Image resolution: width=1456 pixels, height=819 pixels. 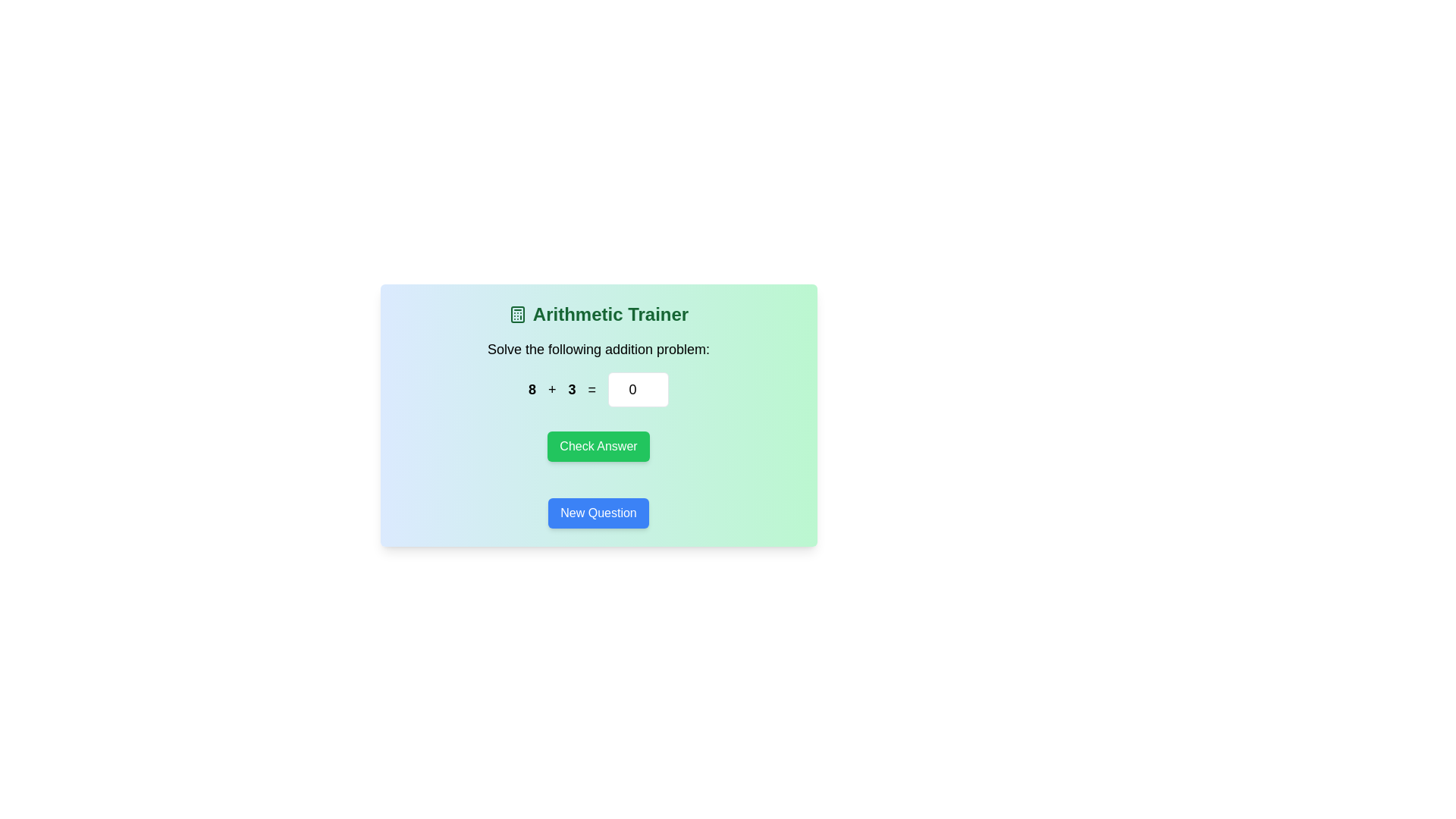 What do you see at coordinates (551, 388) in the screenshot?
I see `the static text label displaying the plus symbol ('+') in the mathematical expression '8 + 3 = 0', which is positioned centrally between '8' and '3'` at bounding box center [551, 388].